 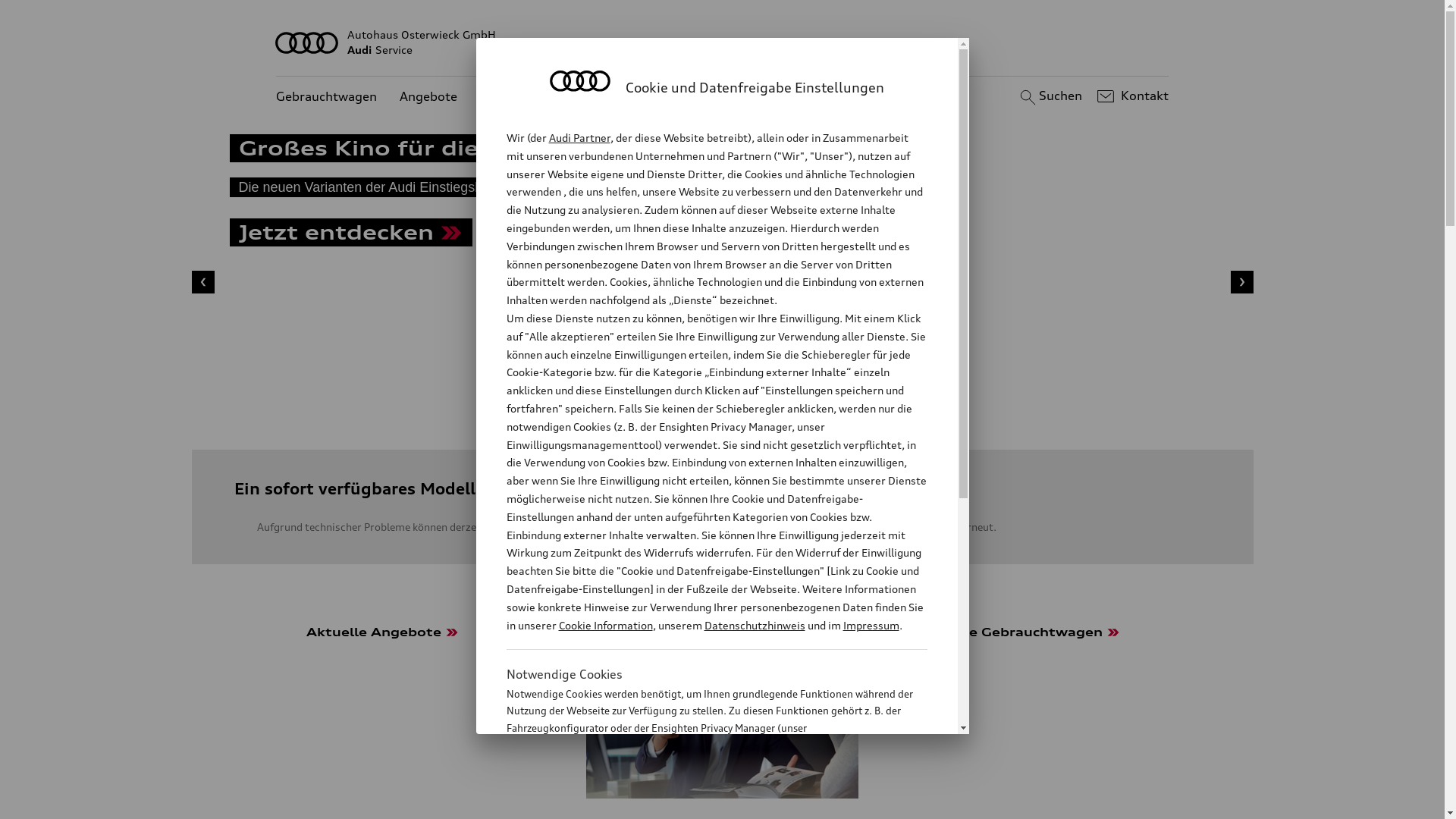 I want to click on 'Jetzt entdecken', so click(x=349, y=234).